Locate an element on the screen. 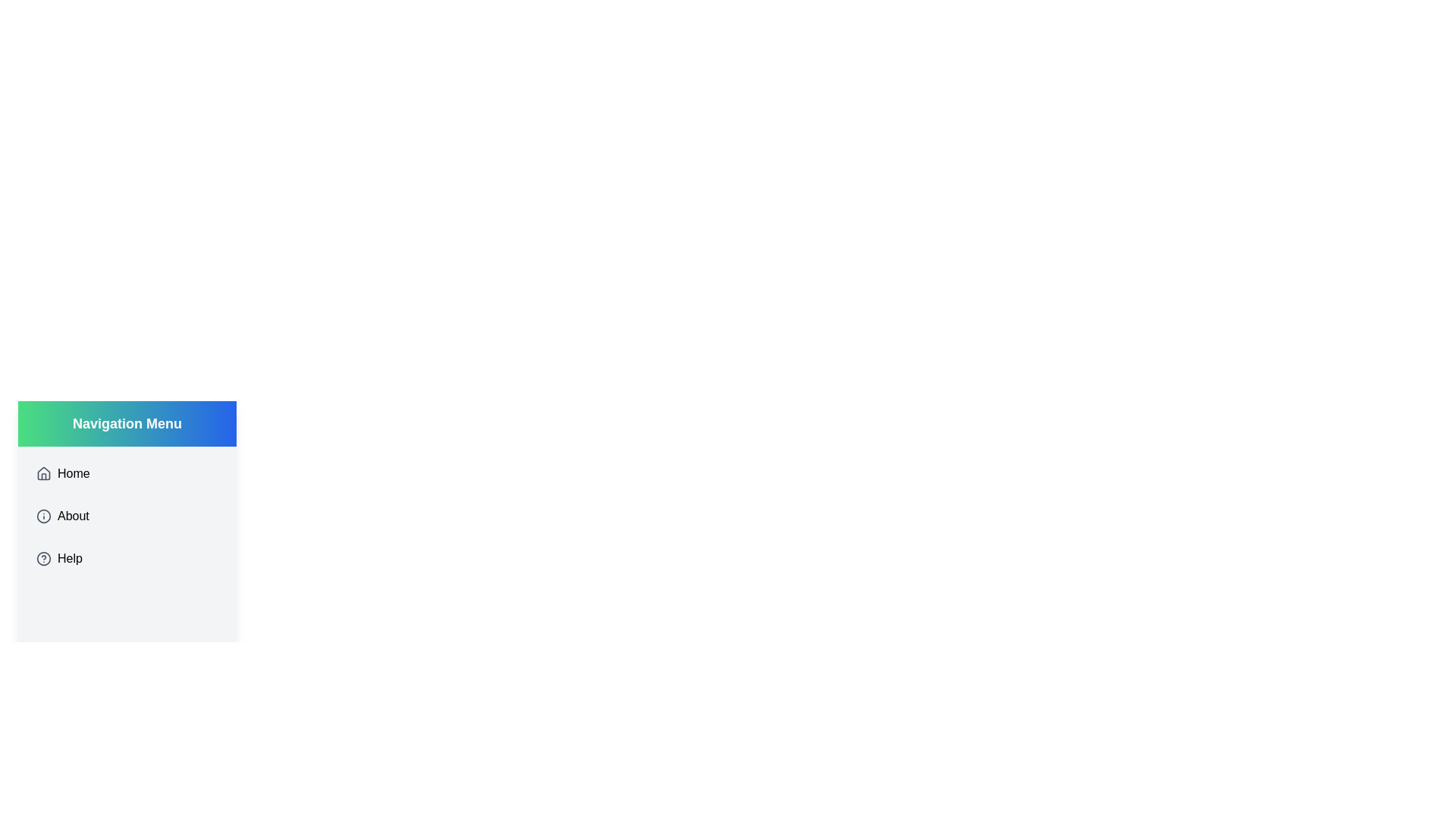 The image size is (1456, 819). the 'Help' text label in the vertical navigation menu is located at coordinates (69, 558).